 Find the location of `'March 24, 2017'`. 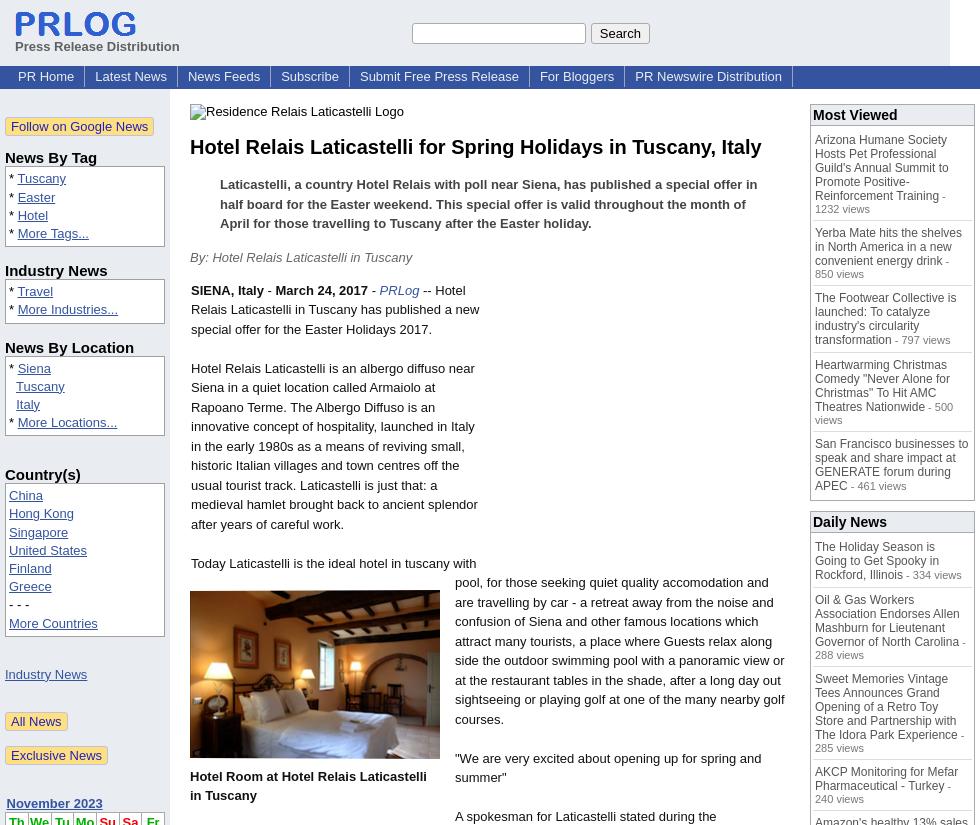

'March 24, 2017' is located at coordinates (321, 289).